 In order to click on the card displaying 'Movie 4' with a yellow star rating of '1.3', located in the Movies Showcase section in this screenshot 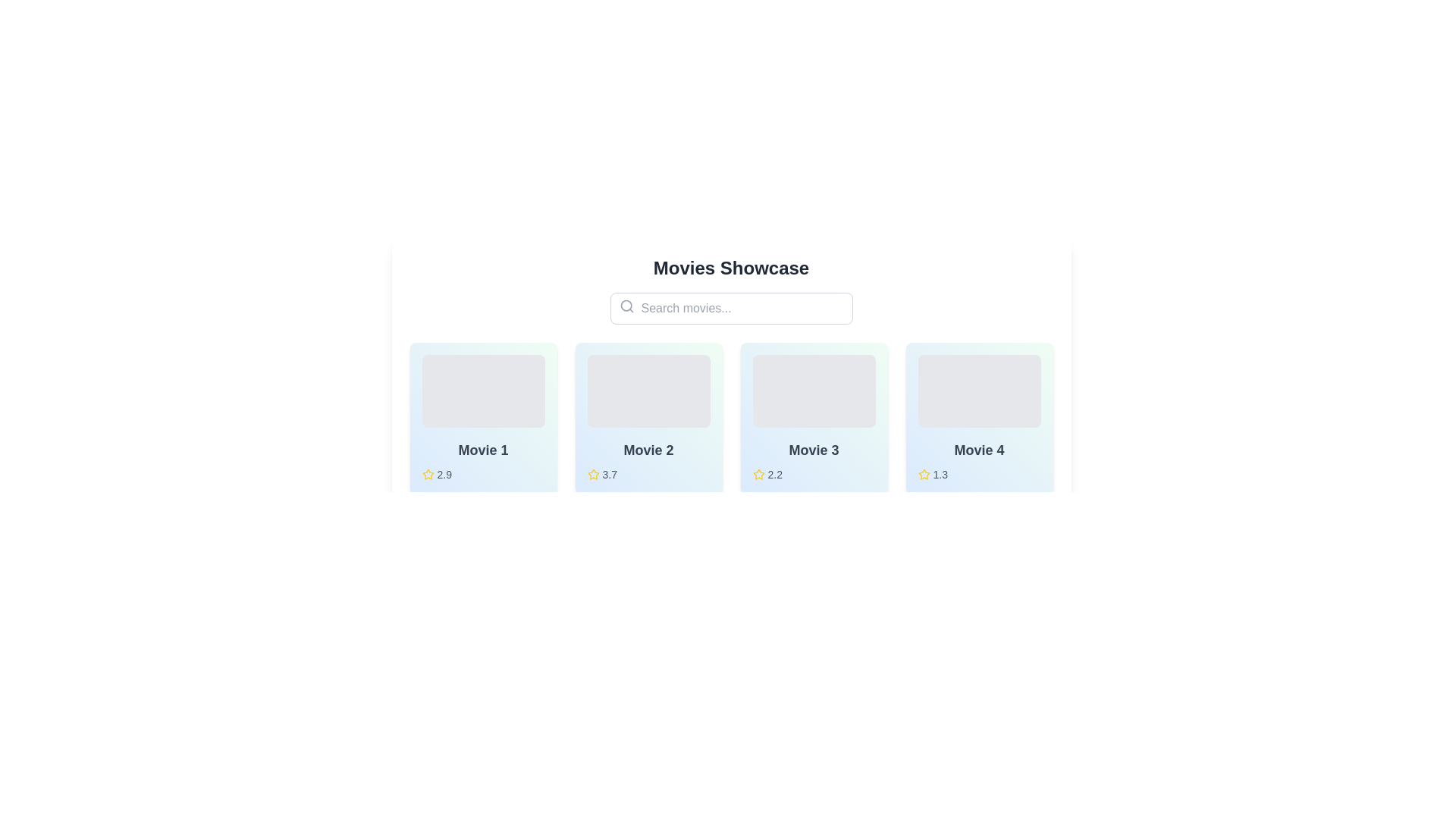, I will do `click(979, 418)`.